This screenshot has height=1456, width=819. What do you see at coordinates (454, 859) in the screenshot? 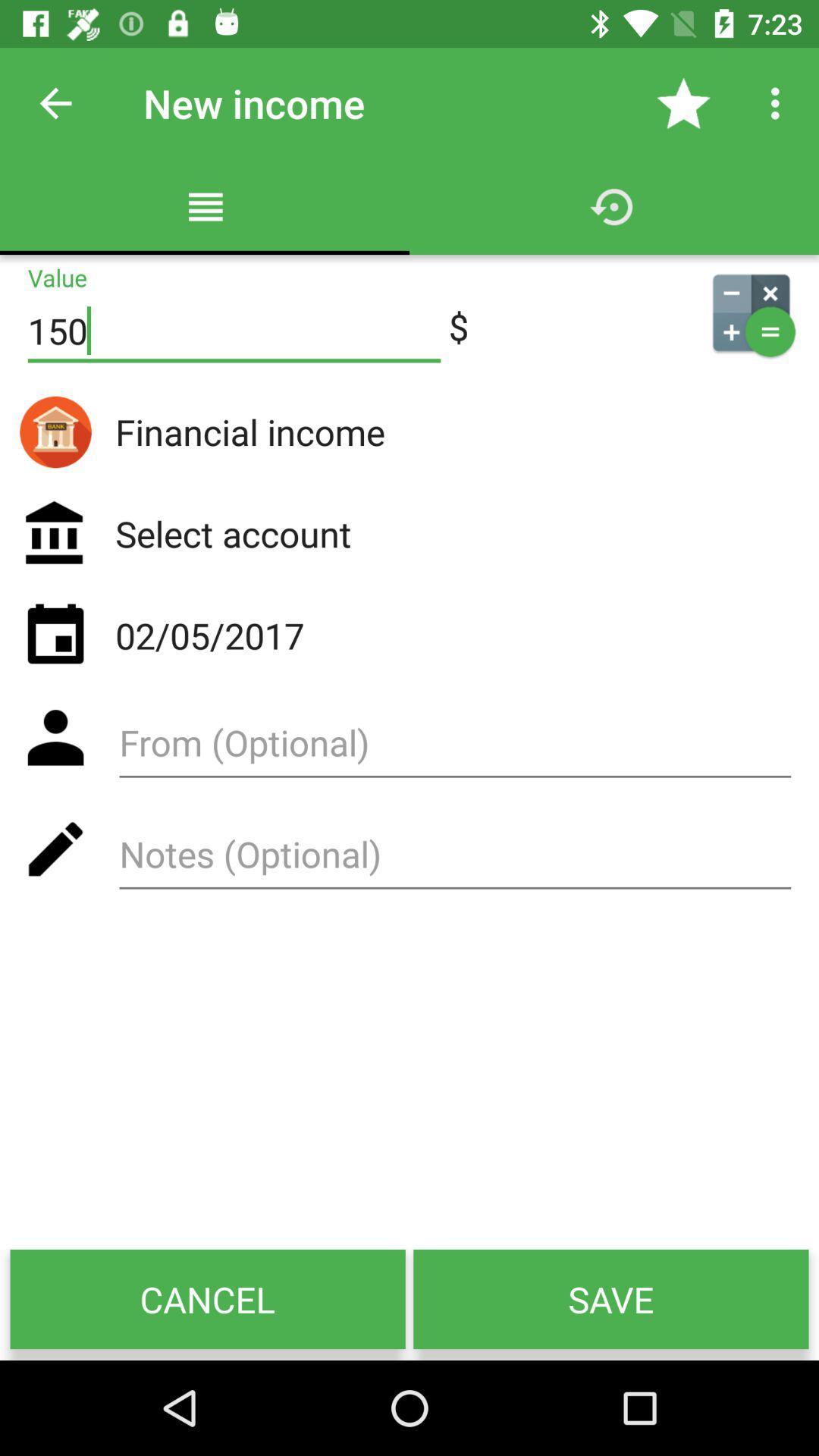
I see `write notes` at bounding box center [454, 859].